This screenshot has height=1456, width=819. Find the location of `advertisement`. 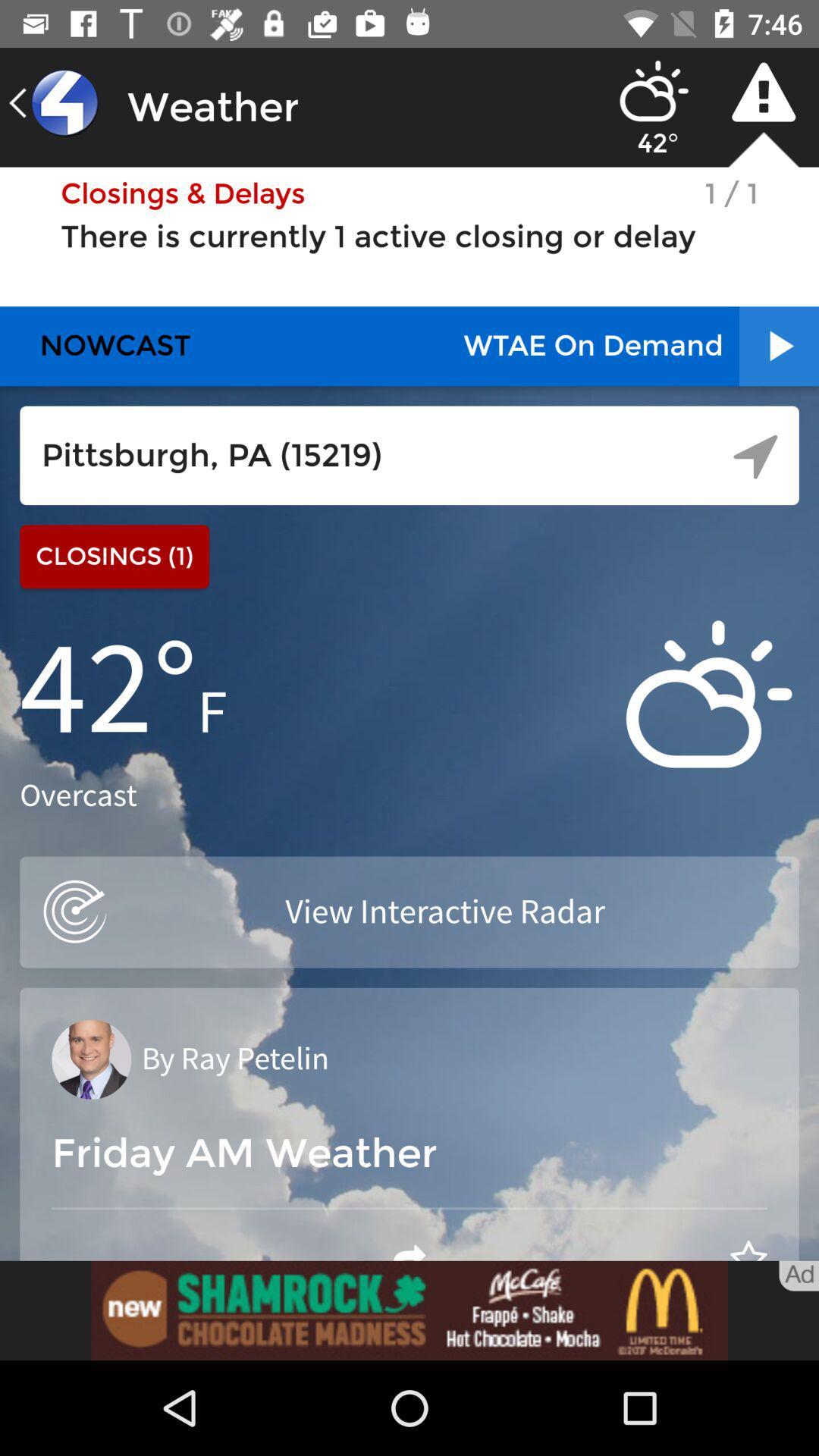

advertisement is located at coordinates (409, 1310).